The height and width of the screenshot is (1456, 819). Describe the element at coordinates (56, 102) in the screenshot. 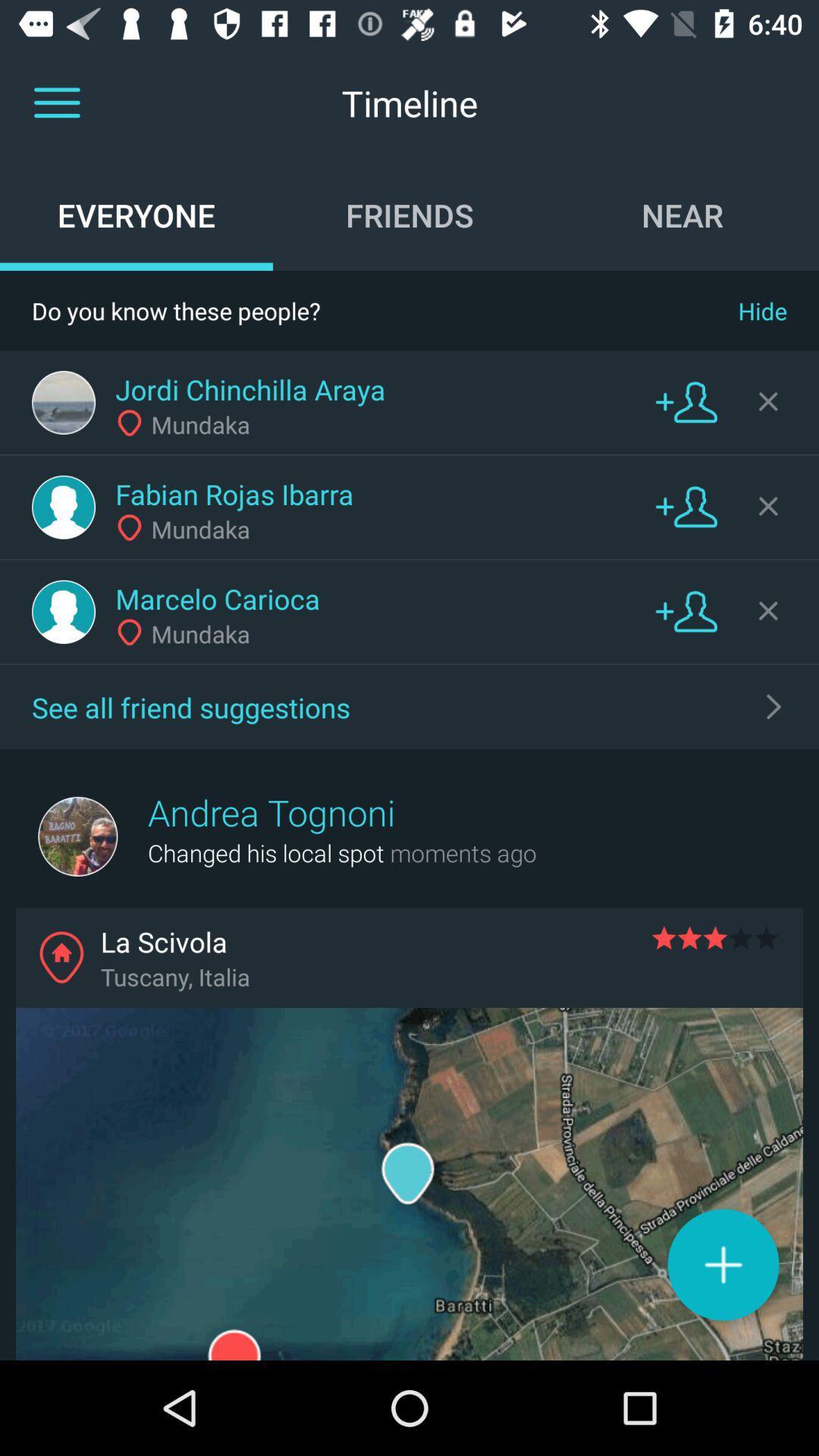

I see `open menu` at that location.